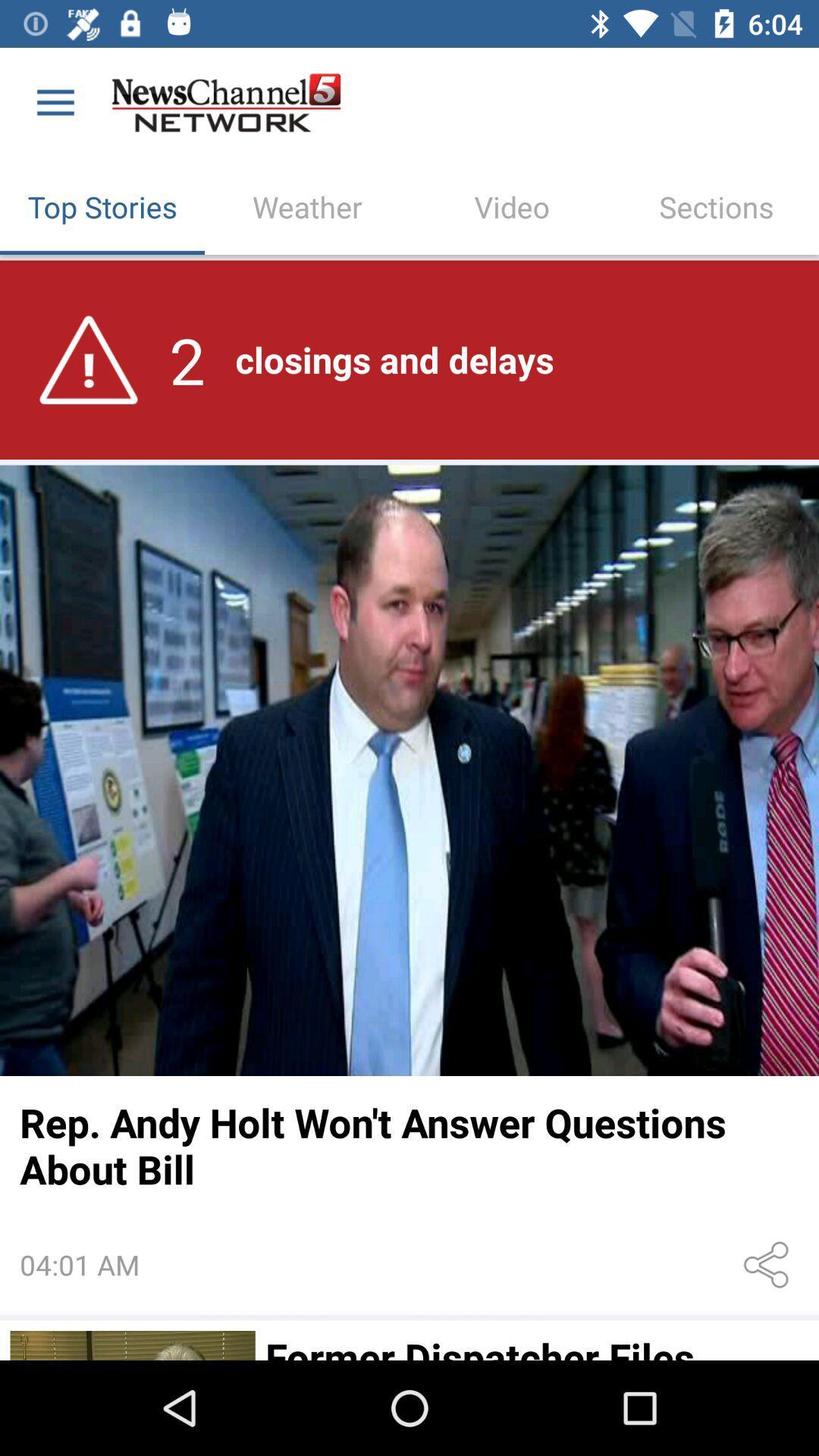 The width and height of the screenshot is (819, 1456). What do you see at coordinates (769, 1265) in the screenshot?
I see `share the article` at bounding box center [769, 1265].